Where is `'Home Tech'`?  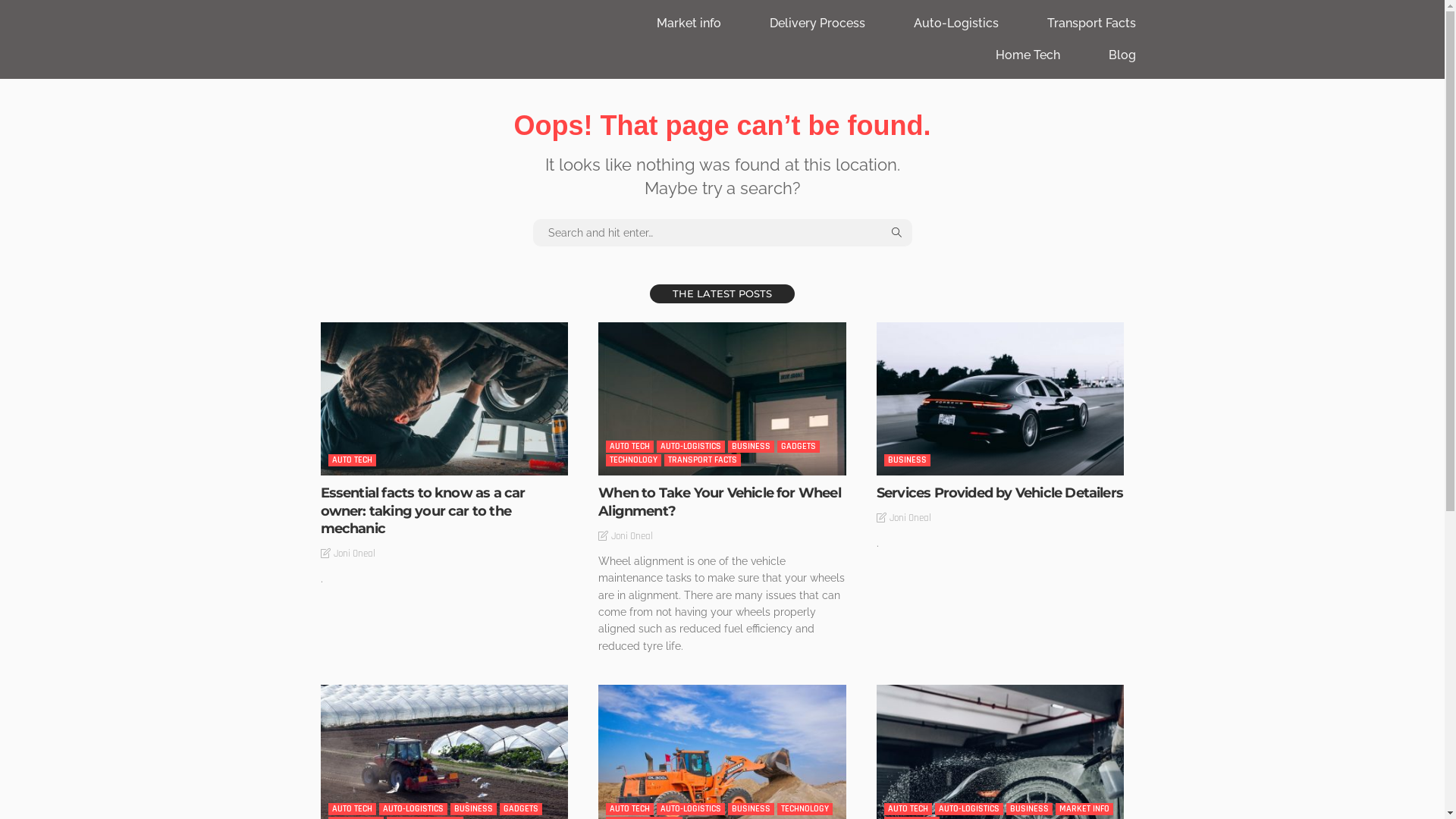
'Home Tech' is located at coordinates (1027, 55).